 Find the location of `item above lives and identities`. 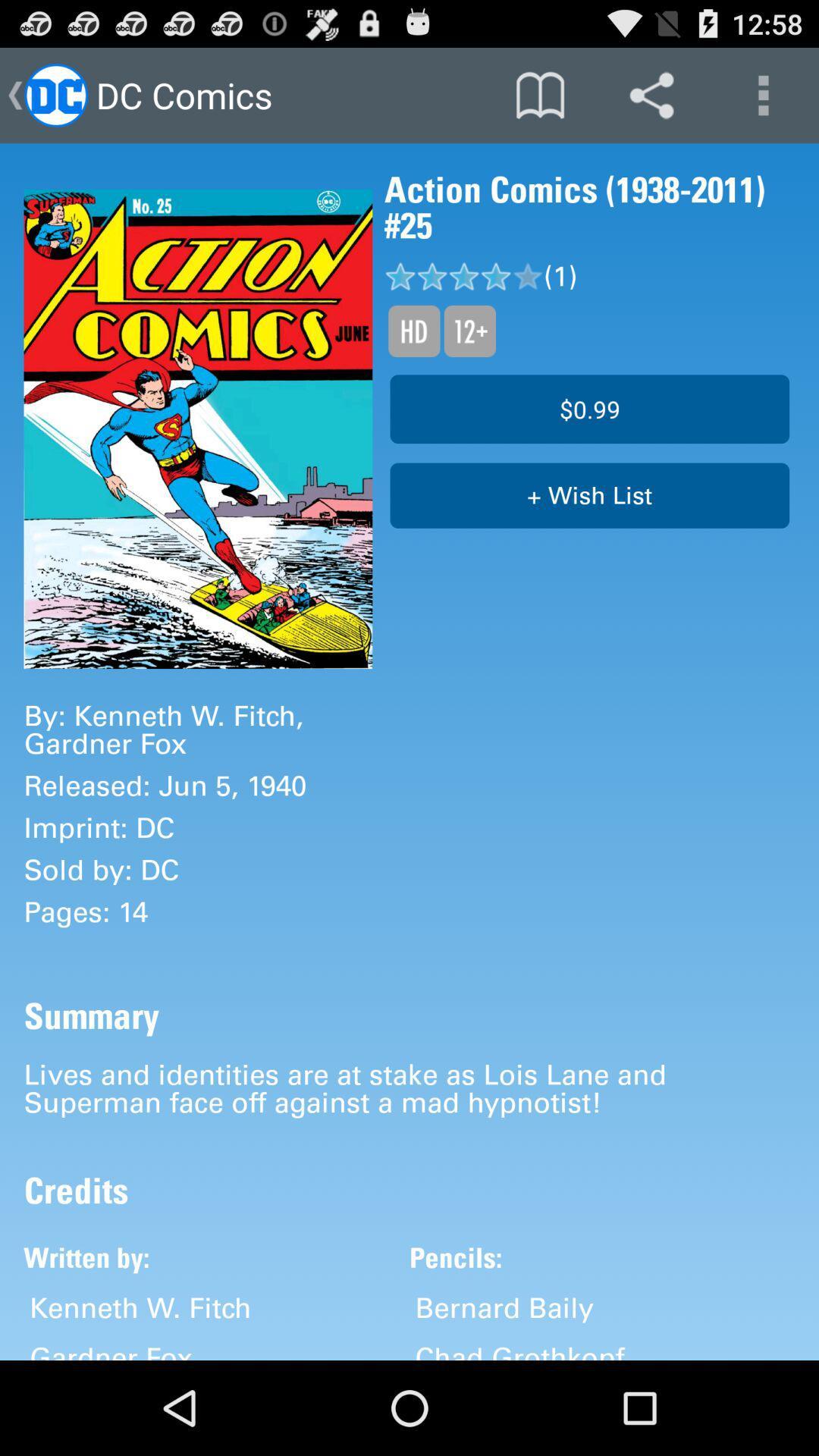

item above lives and identities is located at coordinates (588, 495).